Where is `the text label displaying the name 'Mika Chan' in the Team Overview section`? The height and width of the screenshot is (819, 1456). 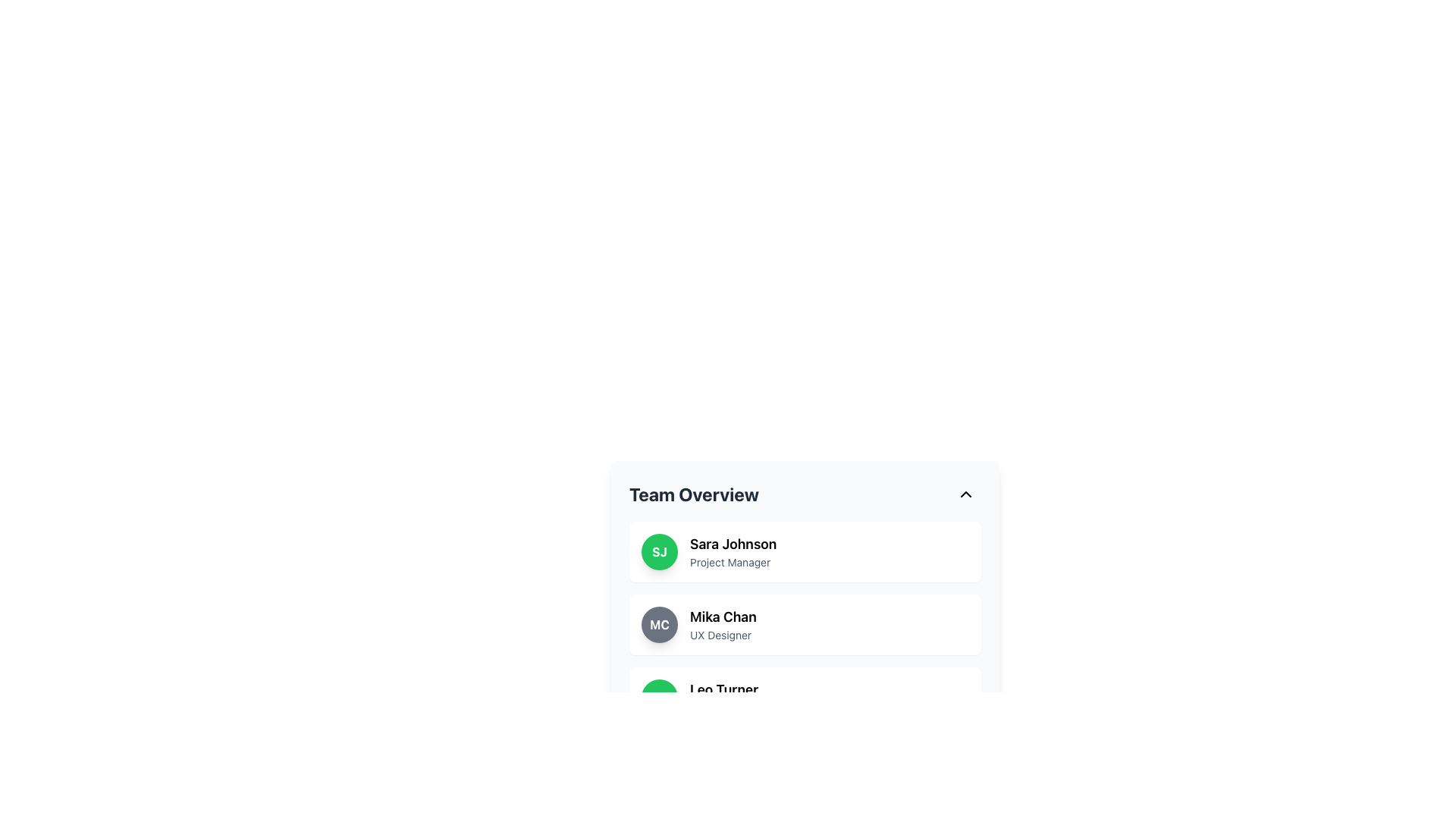 the text label displaying the name 'Mika Chan' in the Team Overview section is located at coordinates (829, 617).